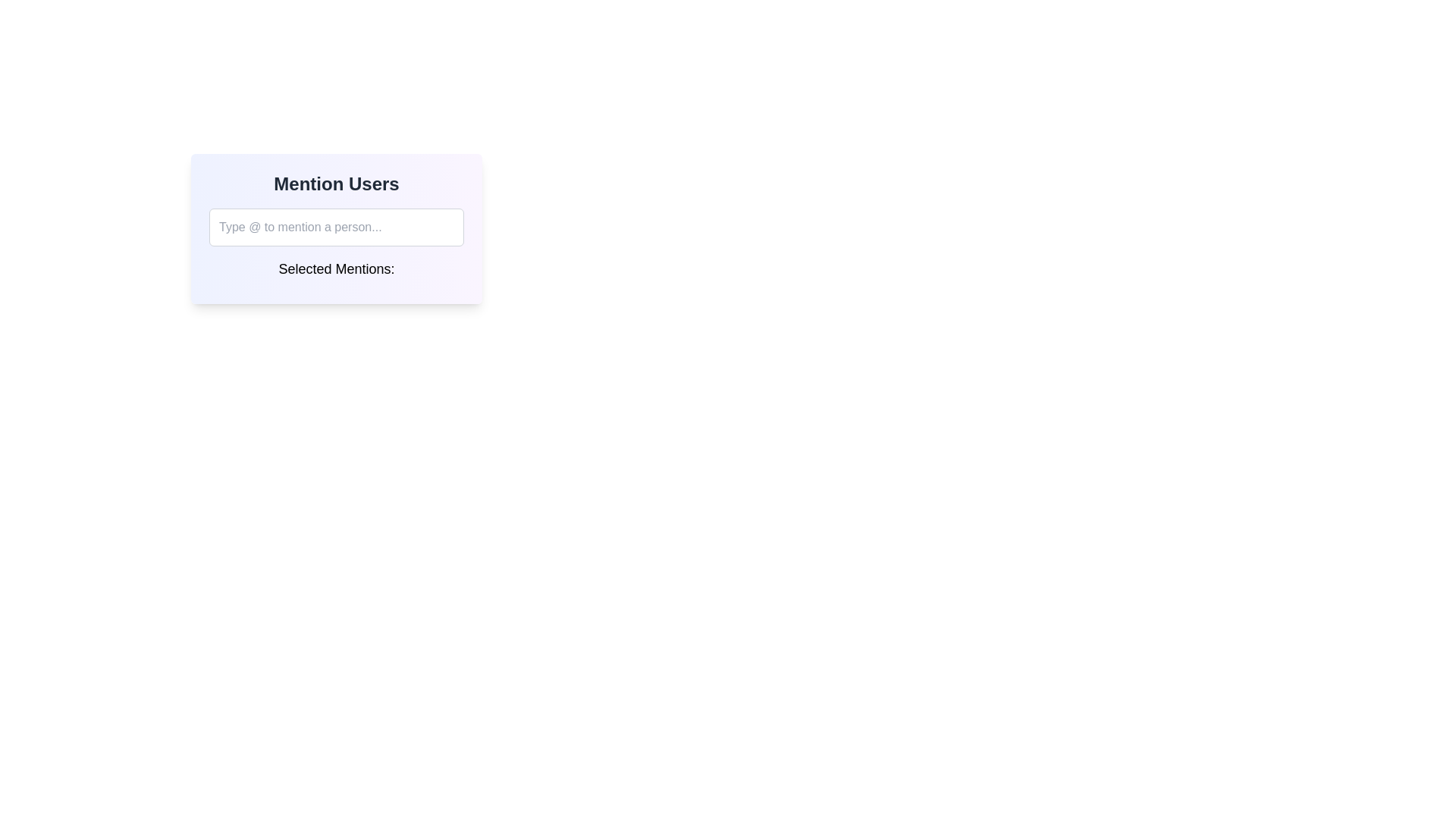  What do you see at coordinates (336, 227) in the screenshot?
I see `the text input field located under the 'Mention Users' title` at bounding box center [336, 227].